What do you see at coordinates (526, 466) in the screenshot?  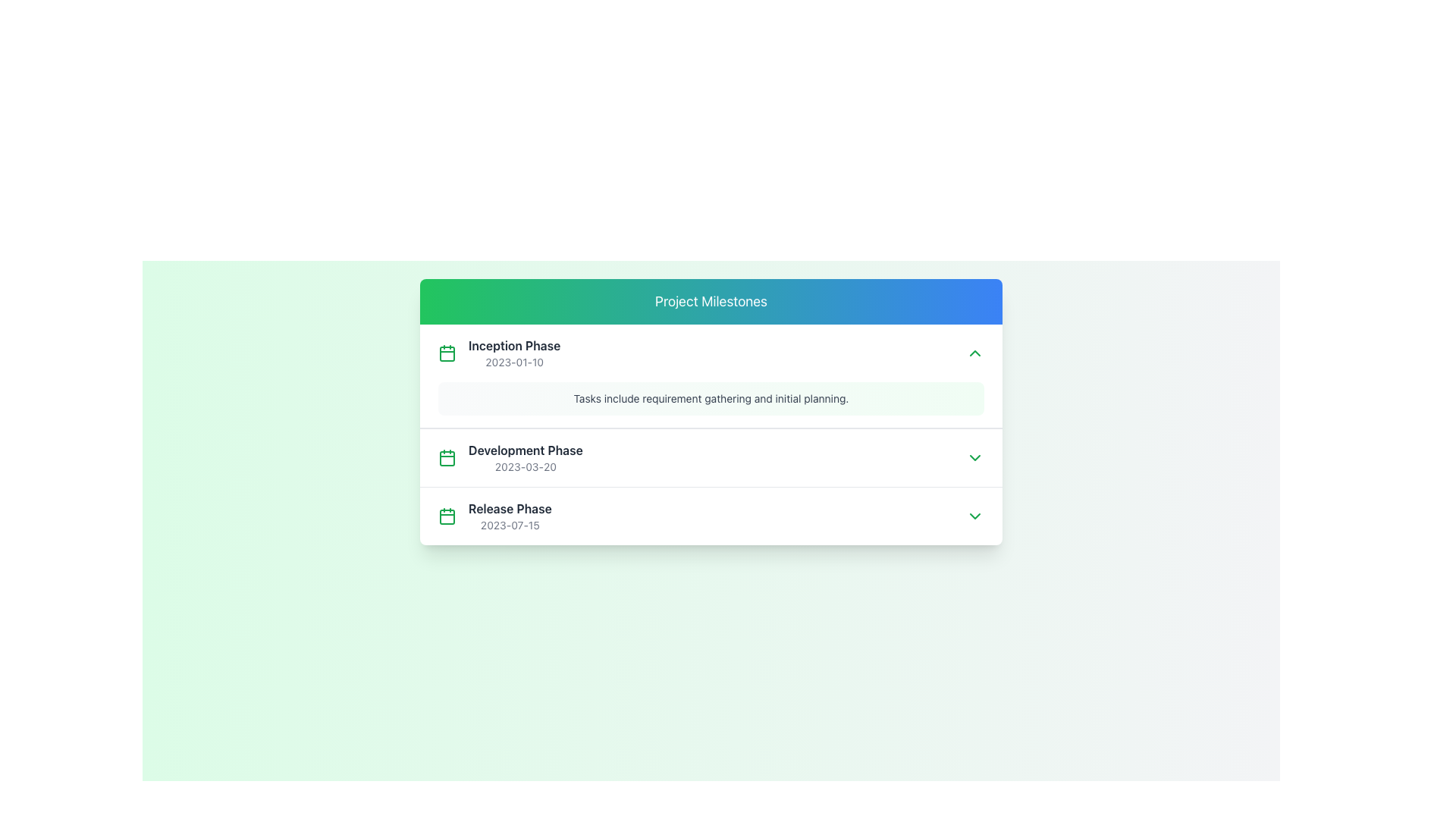 I see `date from the informational text label positioned below the 'Development Phase' text within the development milestone box` at bounding box center [526, 466].